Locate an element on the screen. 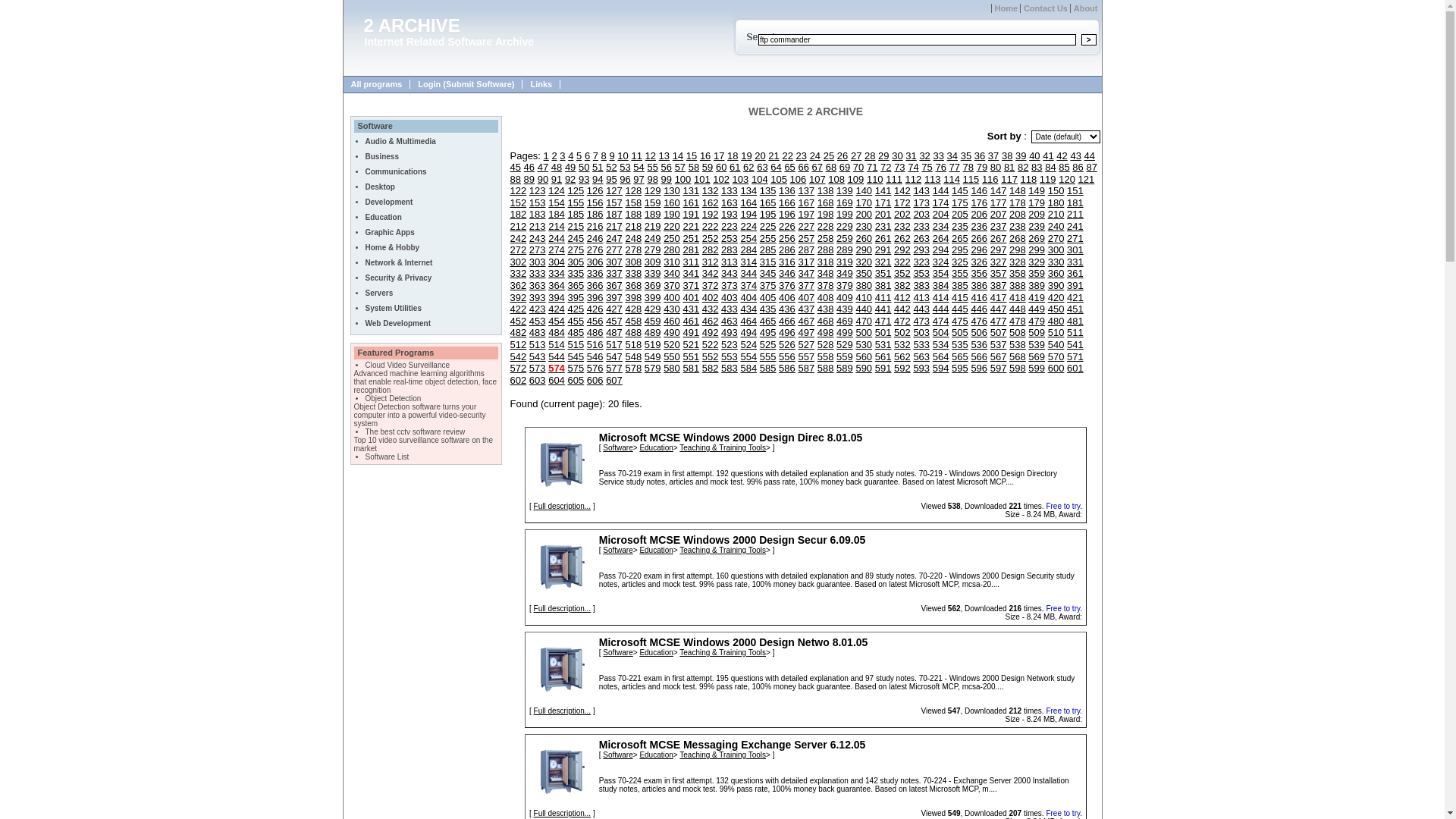 Image resolution: width=1456 pixels, height=819 pixels. '338' is located at coordinates (633, 273).